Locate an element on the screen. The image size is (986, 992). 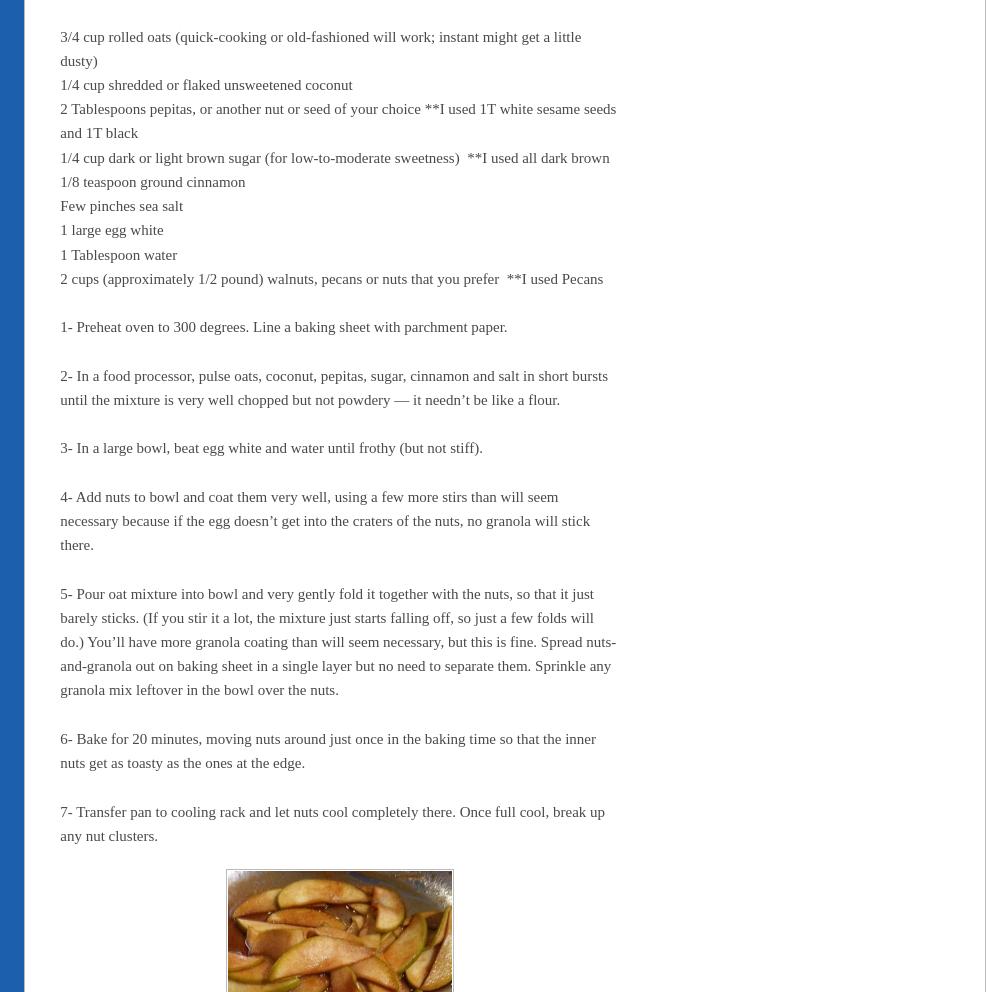
'1 large egg white' is located at coordinates (111, 230).